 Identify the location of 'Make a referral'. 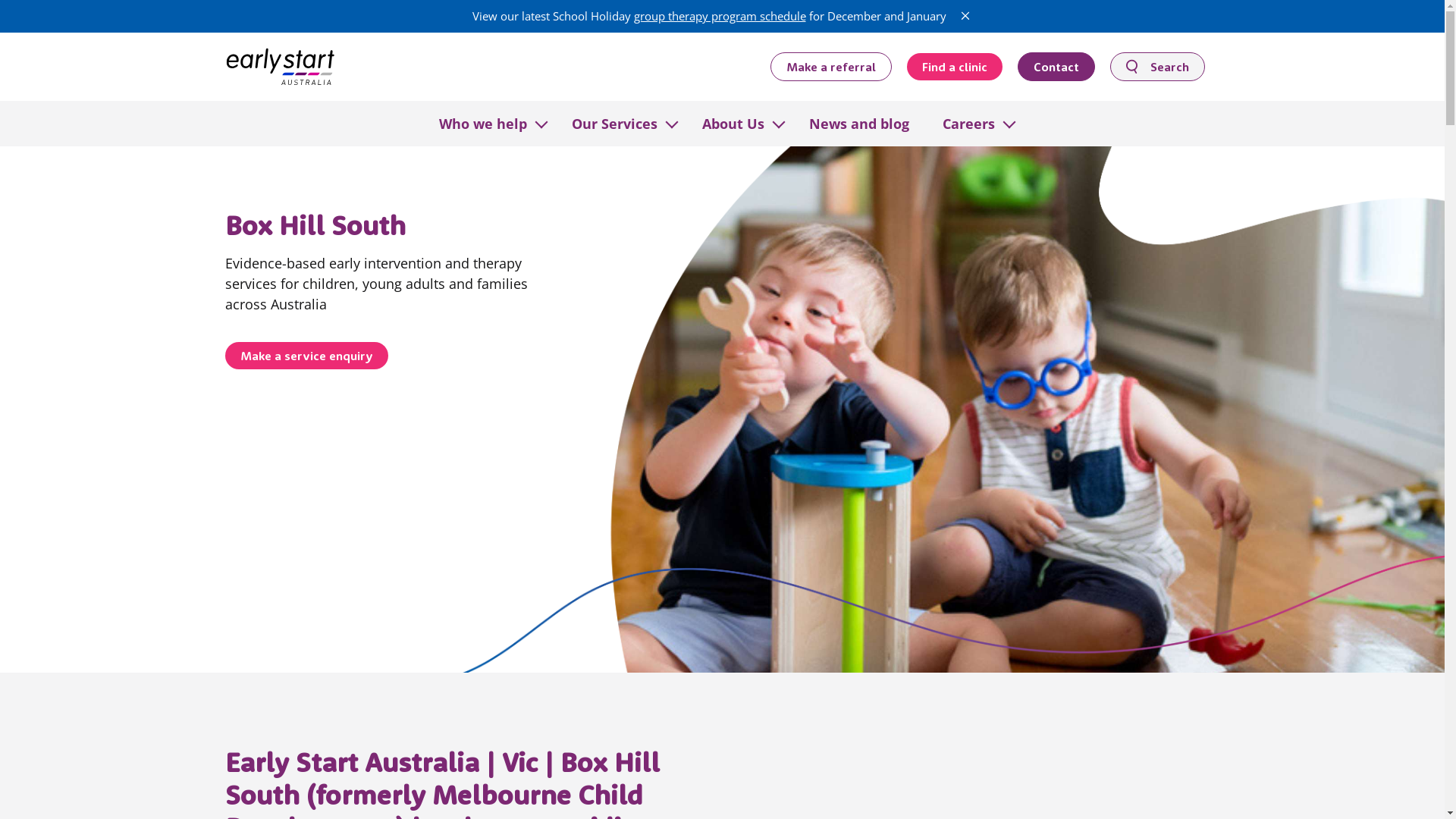
(770, 65).